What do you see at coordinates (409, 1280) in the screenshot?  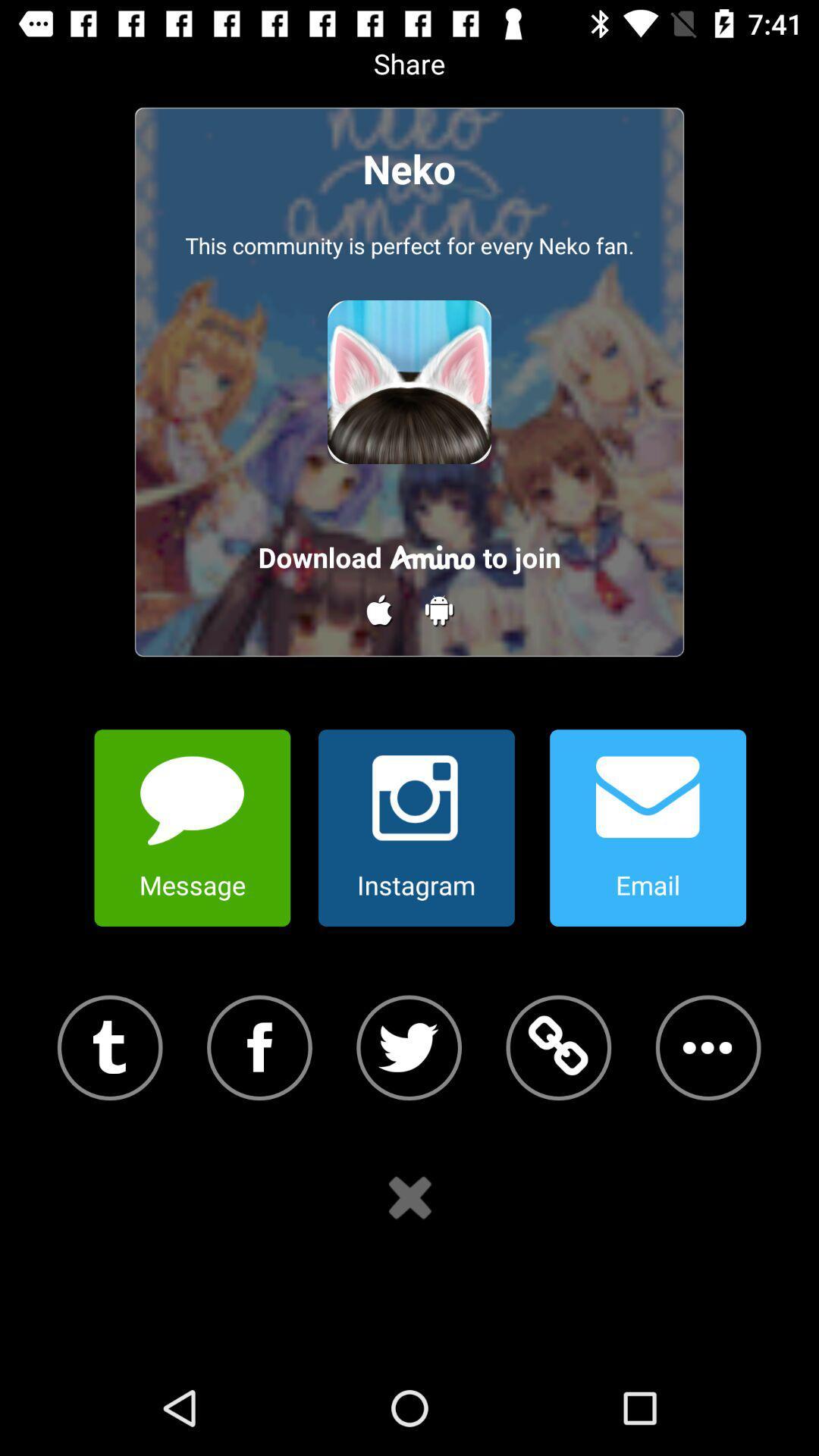 I see `the close icon` at bounding box center [409, 1280].